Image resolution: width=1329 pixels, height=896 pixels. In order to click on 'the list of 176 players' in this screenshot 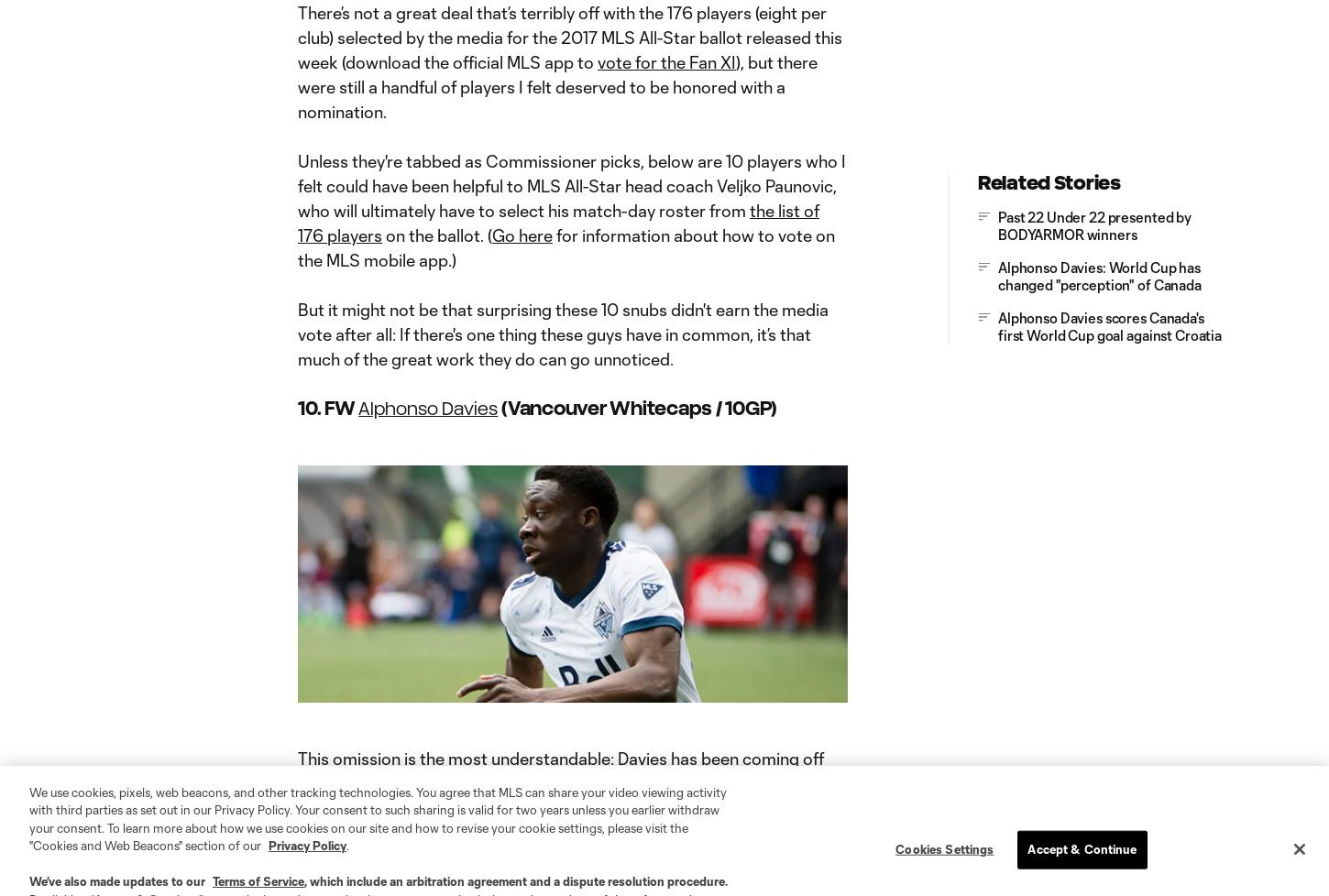, I will do `click(297, 222)`.